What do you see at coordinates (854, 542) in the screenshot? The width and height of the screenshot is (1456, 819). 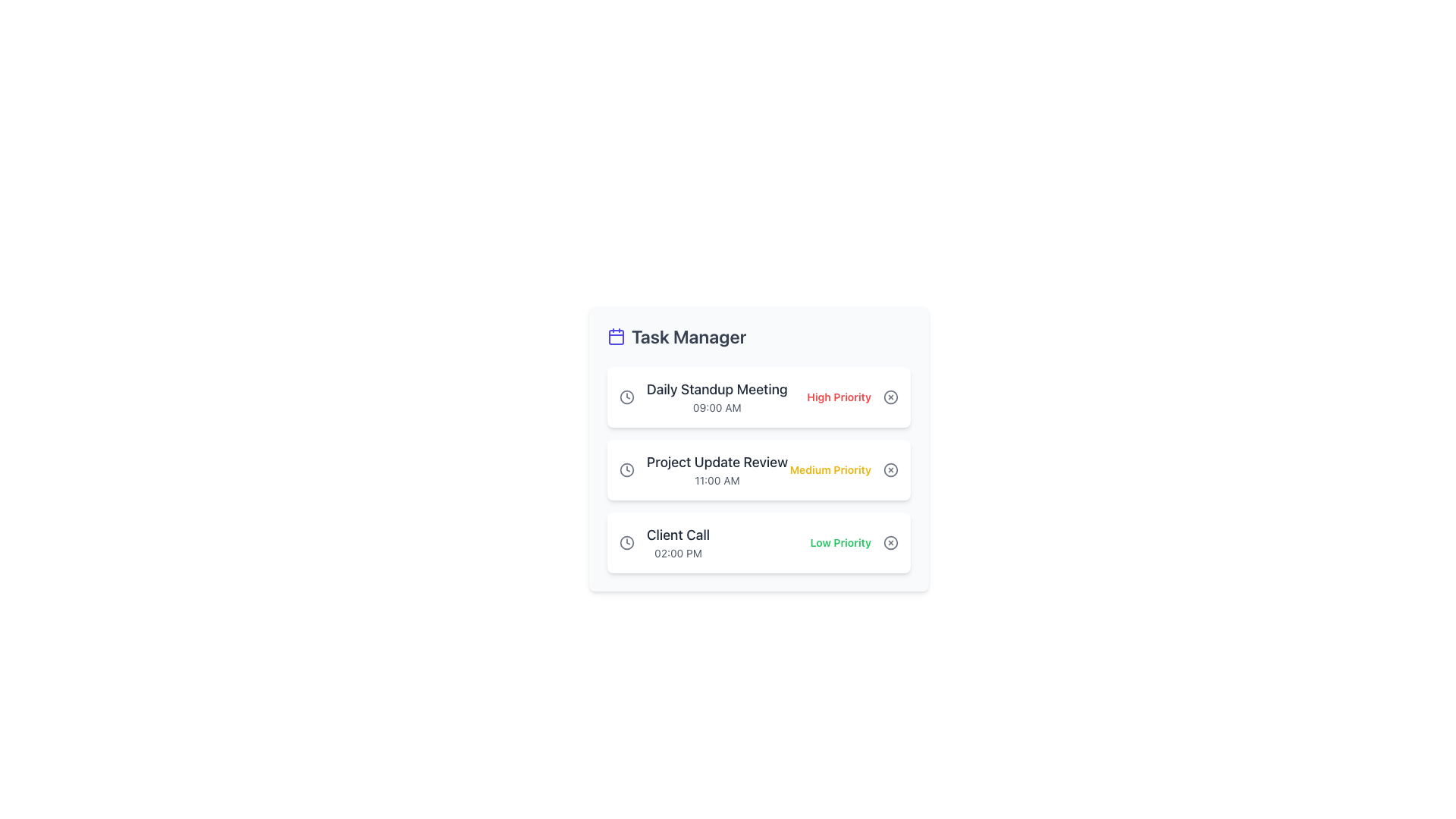 I see `the text label indicating the priority level of the third task in the 'Task Manager' list, labeled 'Client Call', located to the left of the circular clickable icon with an 'X'` at bounding box center [854, 542].